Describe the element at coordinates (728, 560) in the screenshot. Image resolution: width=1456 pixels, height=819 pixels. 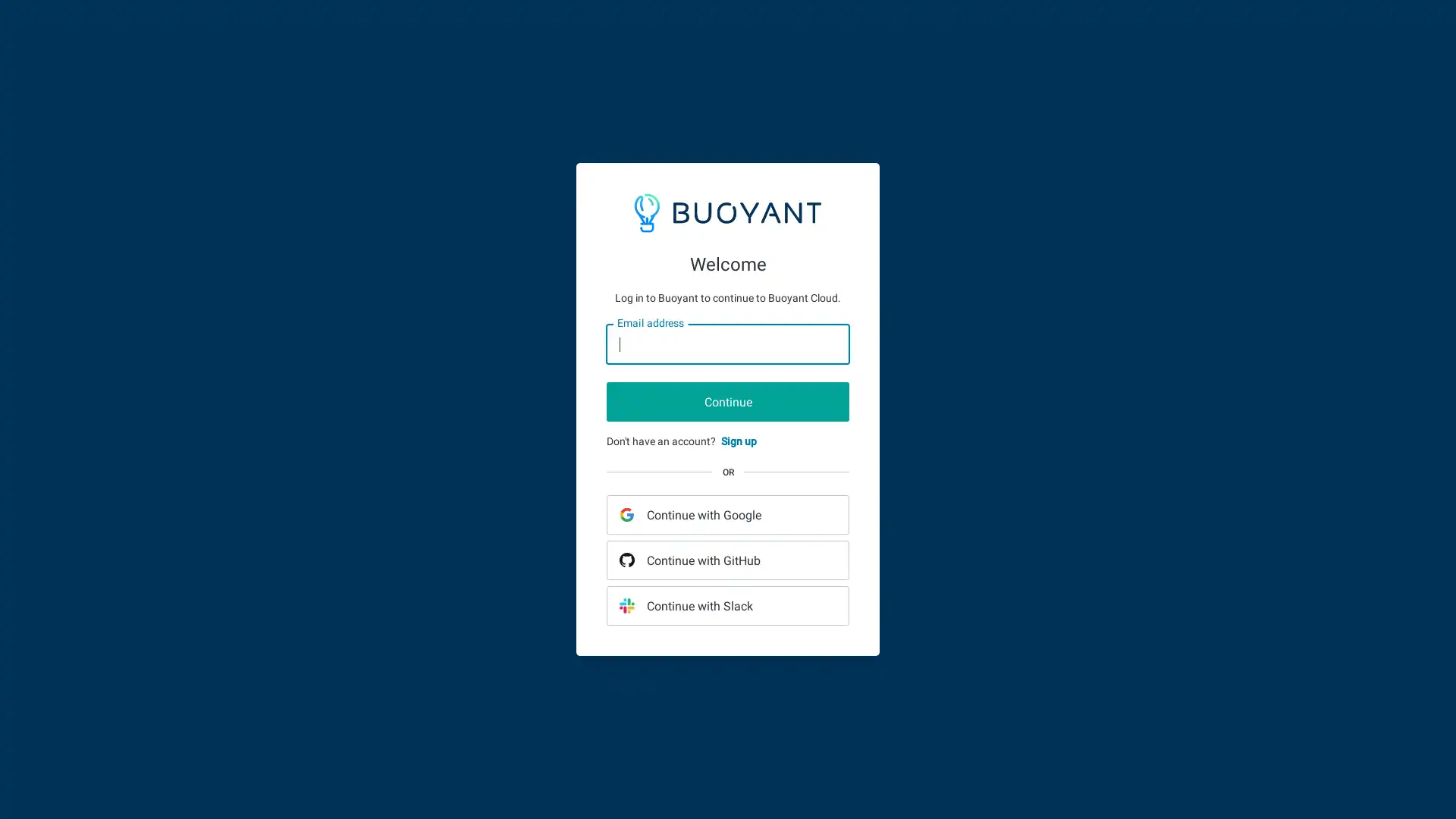
I see `Continue with GitHub` at that location.